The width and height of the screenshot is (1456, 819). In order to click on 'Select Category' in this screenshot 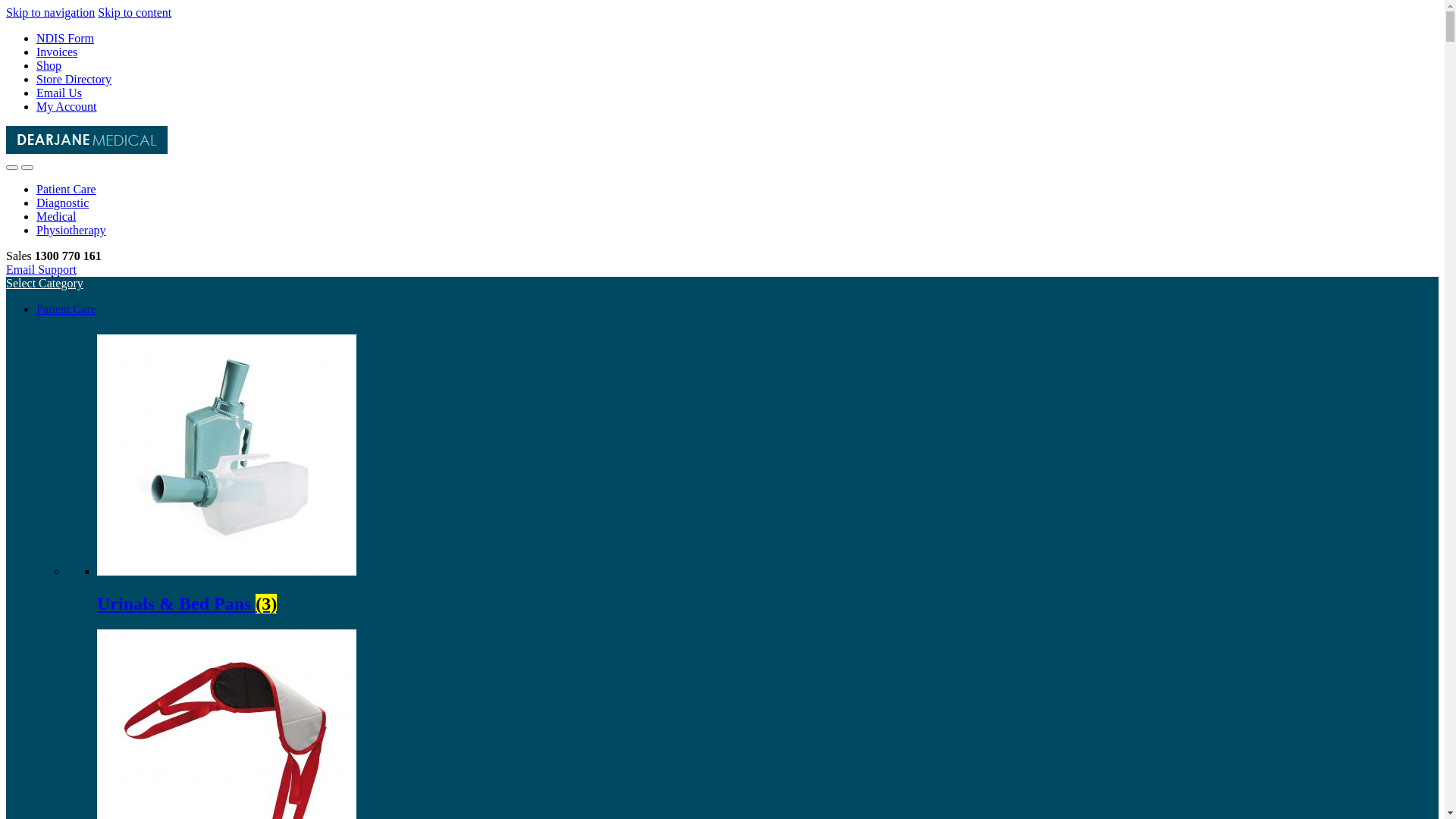, I will do `click(44, 283)`.